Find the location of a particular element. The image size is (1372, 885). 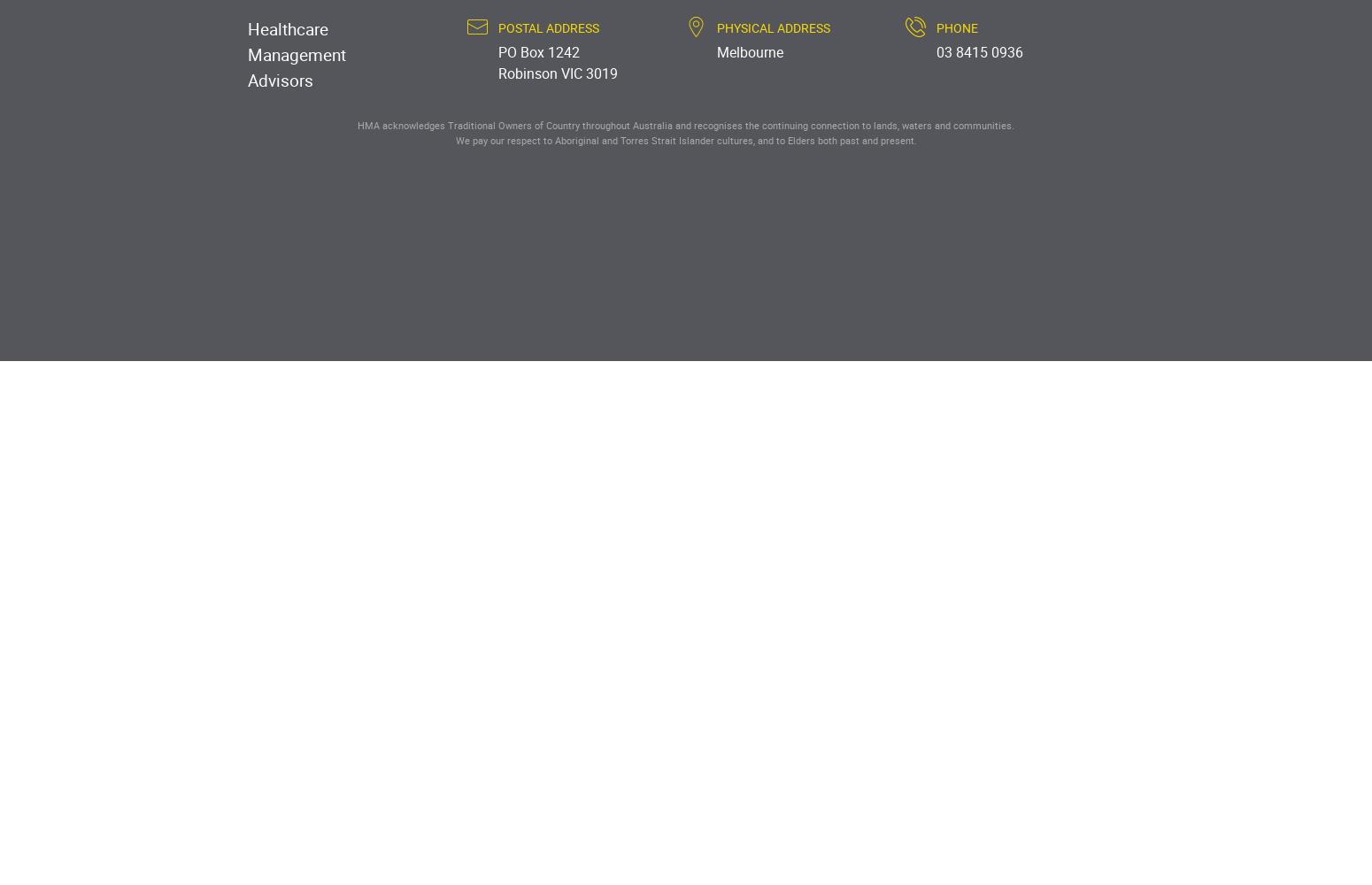

'03 8415 0936' is located at coordinates (977, 52).